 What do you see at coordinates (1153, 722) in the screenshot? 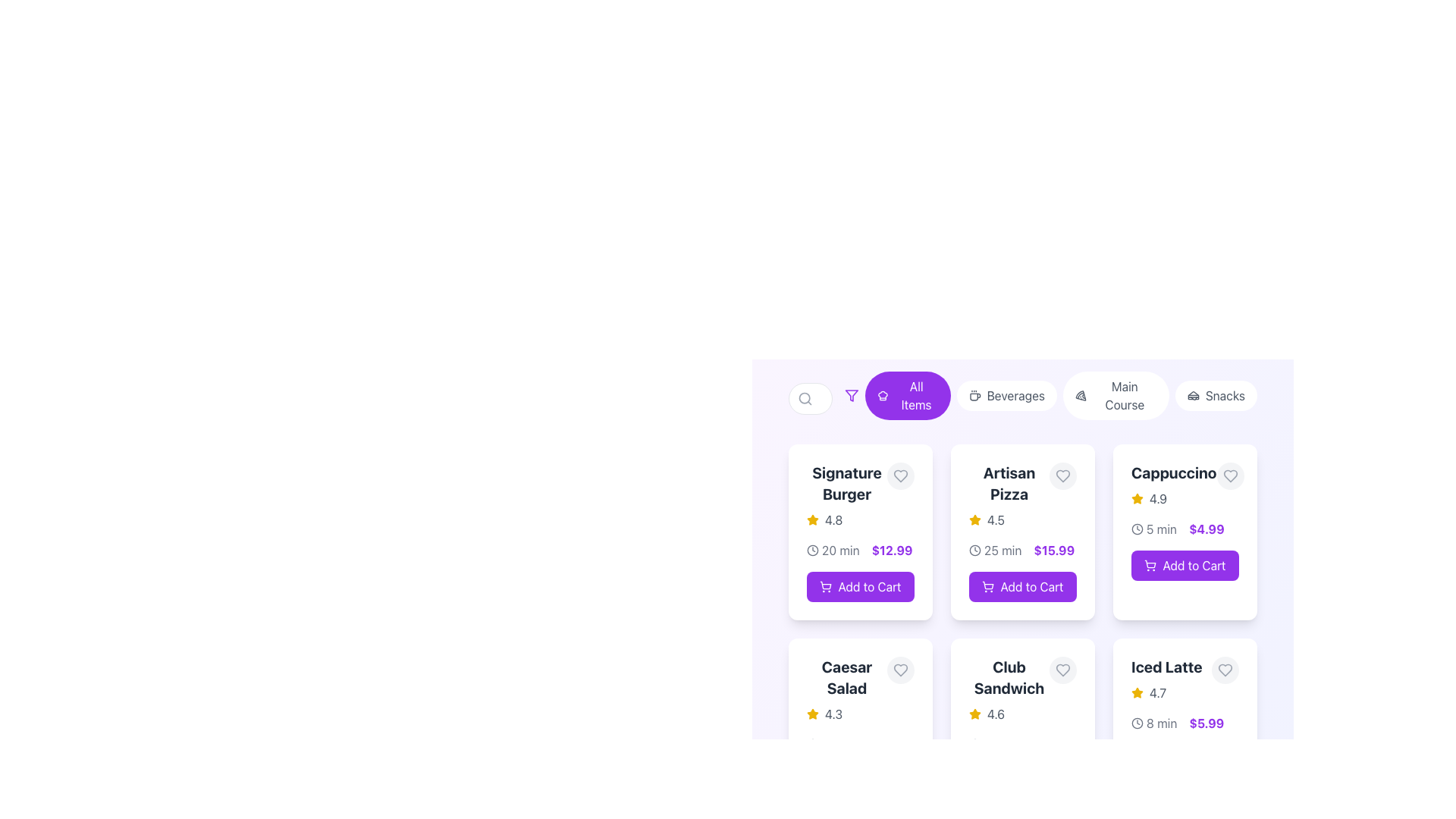
I see `text '8 min' displayed in the text label with an icon for the 'Iced Latte' item, located at the bottom-right of the menu grid, next to the price label '$5.99'` at bounding box center [1153, 722].